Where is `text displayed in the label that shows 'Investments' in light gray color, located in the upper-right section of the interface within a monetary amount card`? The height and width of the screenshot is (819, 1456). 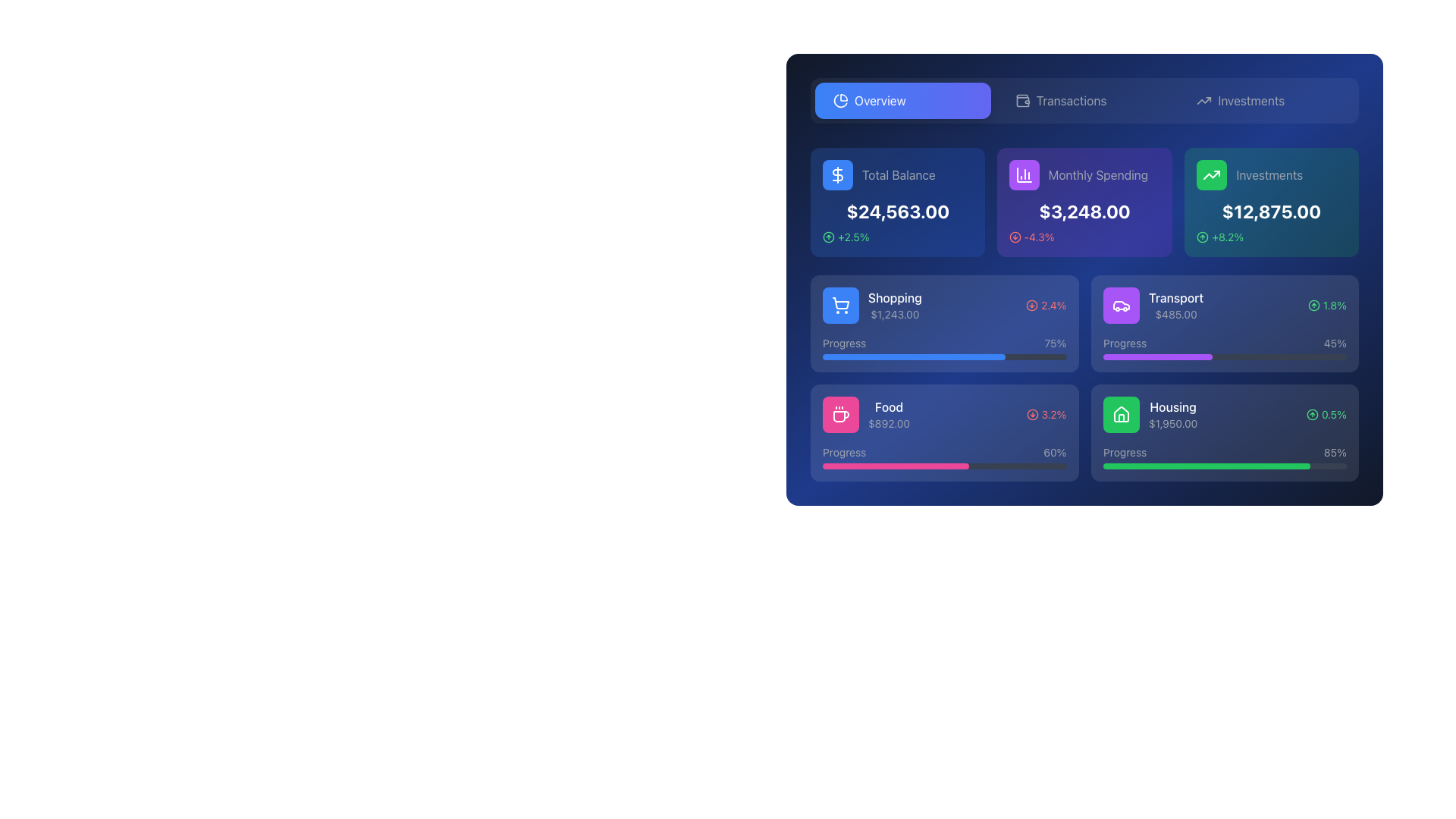 text displayed in the label that shows 'Investments' in light gray color, located in the upper-right section of the interface within a monetary amount card is located at coordinates (1269, 174).